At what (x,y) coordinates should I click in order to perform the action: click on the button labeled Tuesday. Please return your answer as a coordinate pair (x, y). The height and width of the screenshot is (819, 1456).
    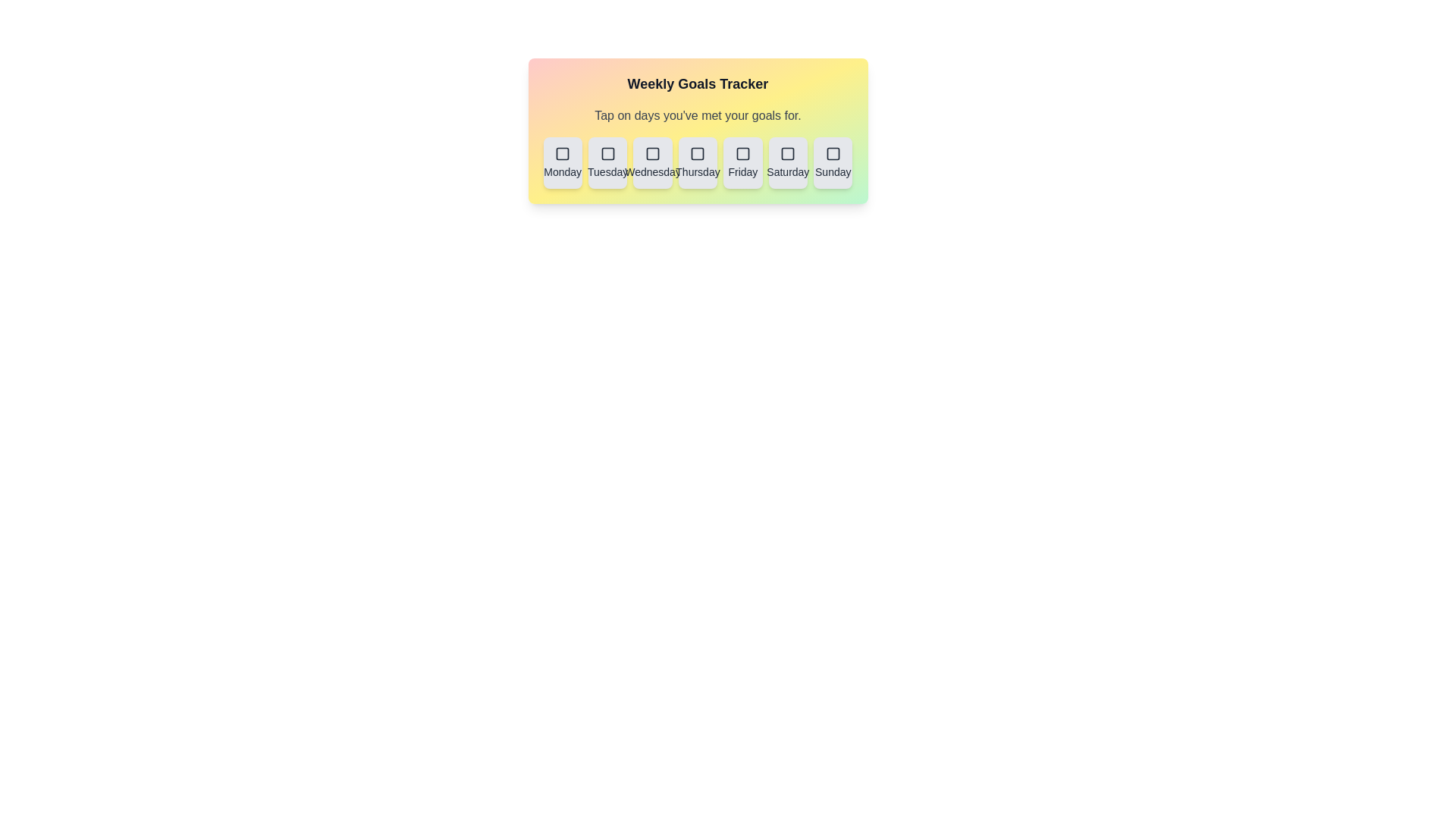
    Looking at the image, I should click on (607, 163).